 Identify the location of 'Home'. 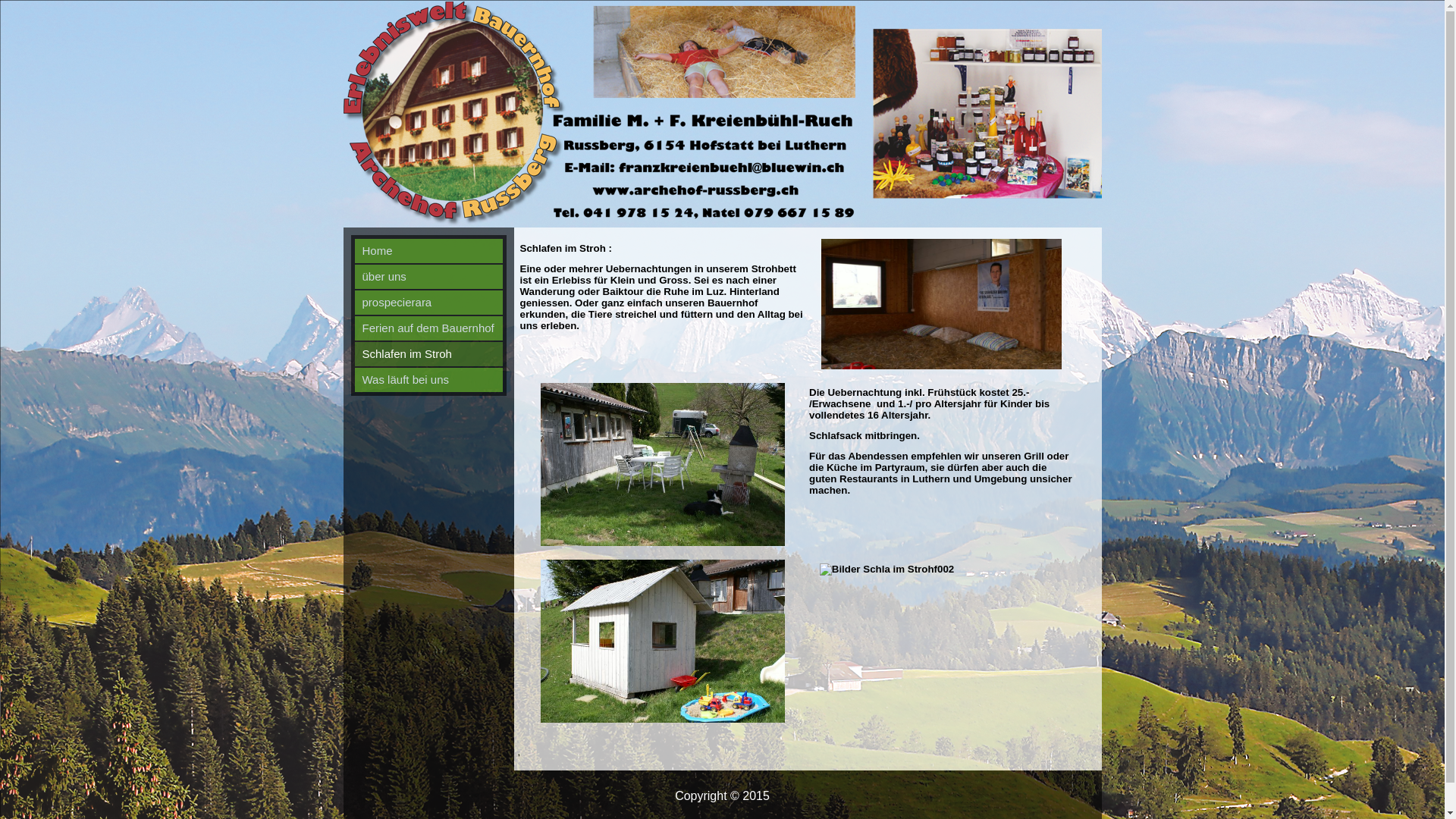
(428, 250).